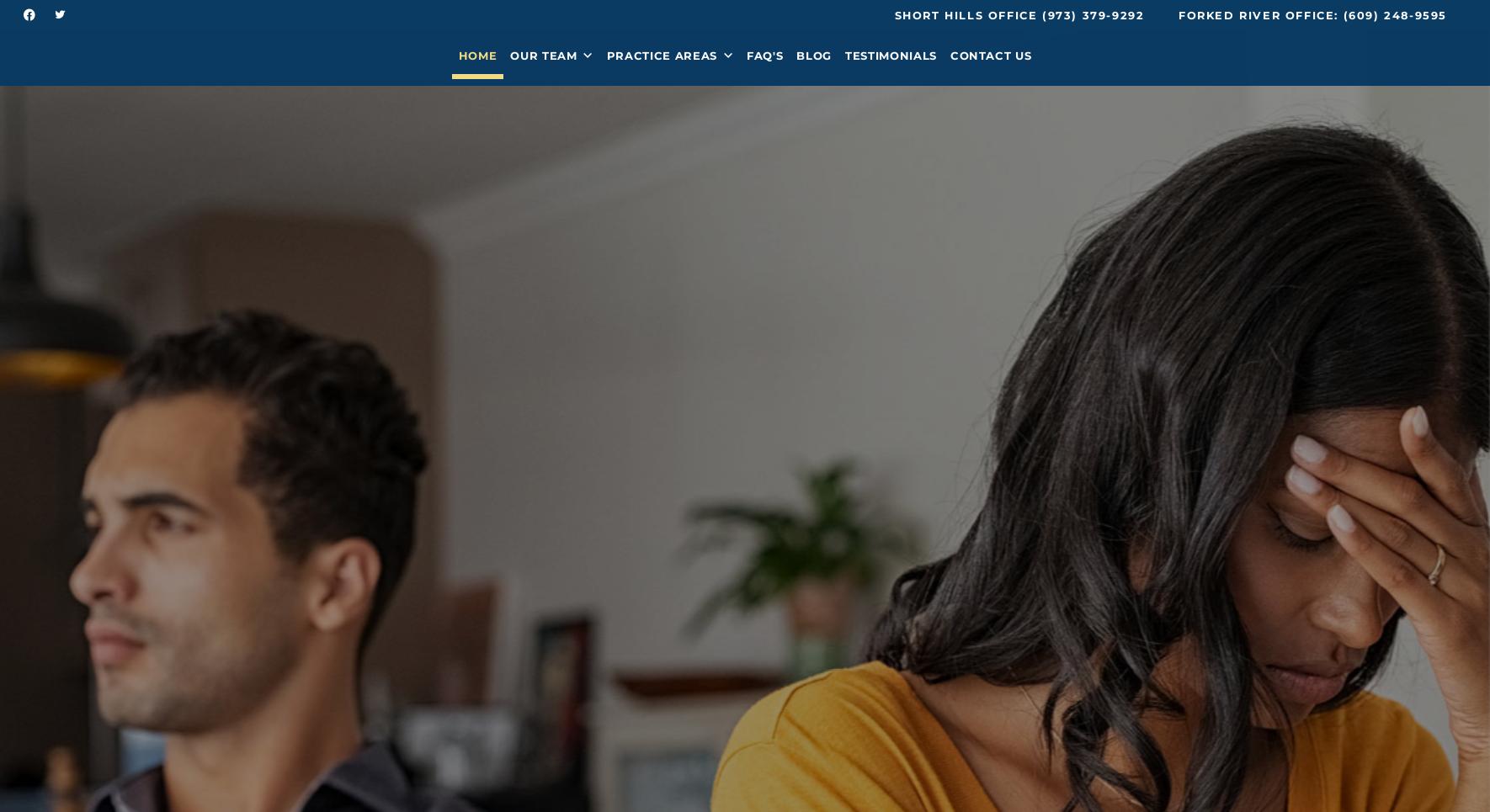  Describe the element at coordinates (476, 61) in the screenshot. I see `'Home'` at that location.